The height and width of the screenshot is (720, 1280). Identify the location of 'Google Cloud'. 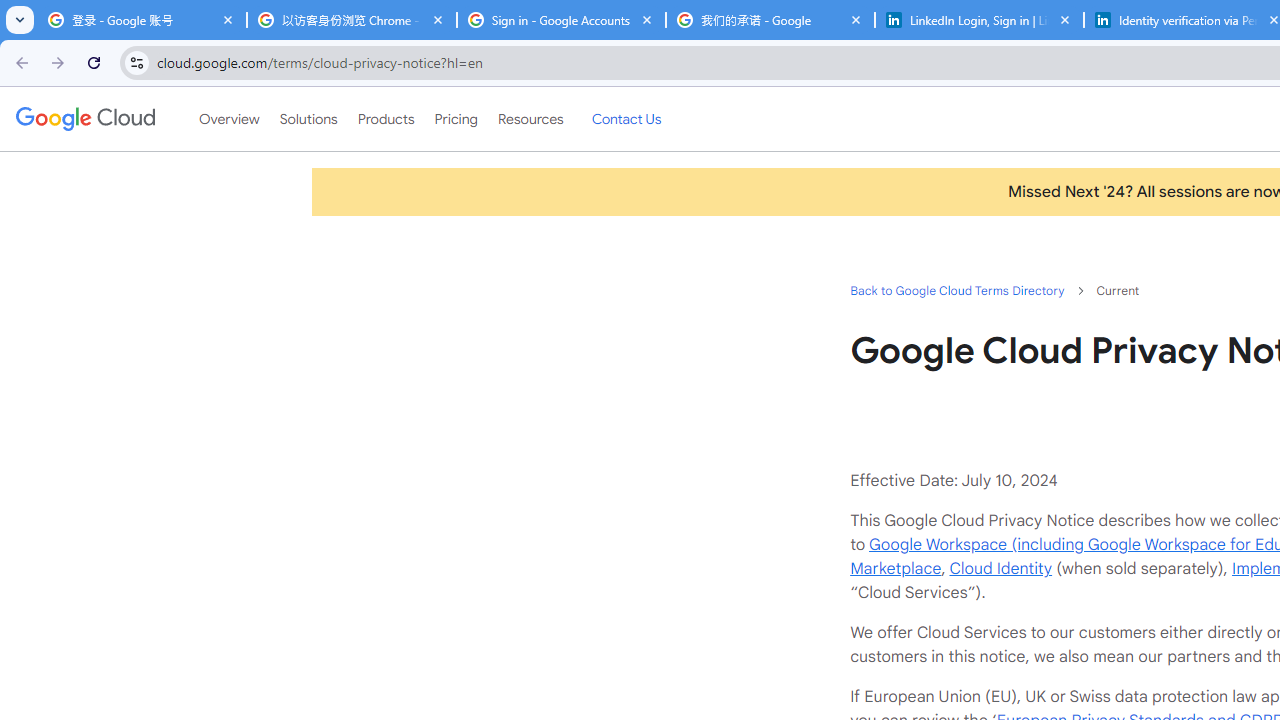
(84, 119).